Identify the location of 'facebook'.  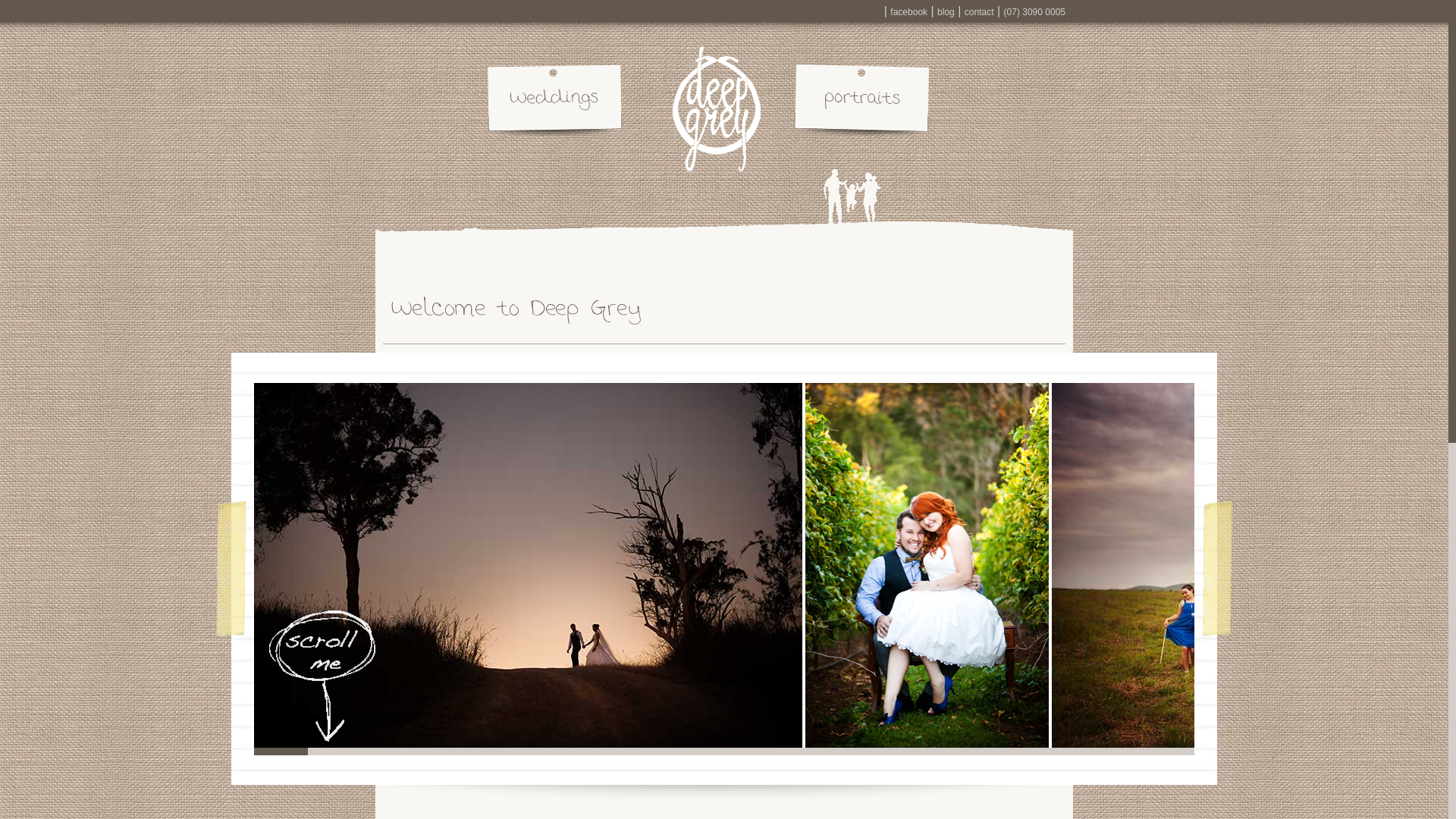
(908, 11).